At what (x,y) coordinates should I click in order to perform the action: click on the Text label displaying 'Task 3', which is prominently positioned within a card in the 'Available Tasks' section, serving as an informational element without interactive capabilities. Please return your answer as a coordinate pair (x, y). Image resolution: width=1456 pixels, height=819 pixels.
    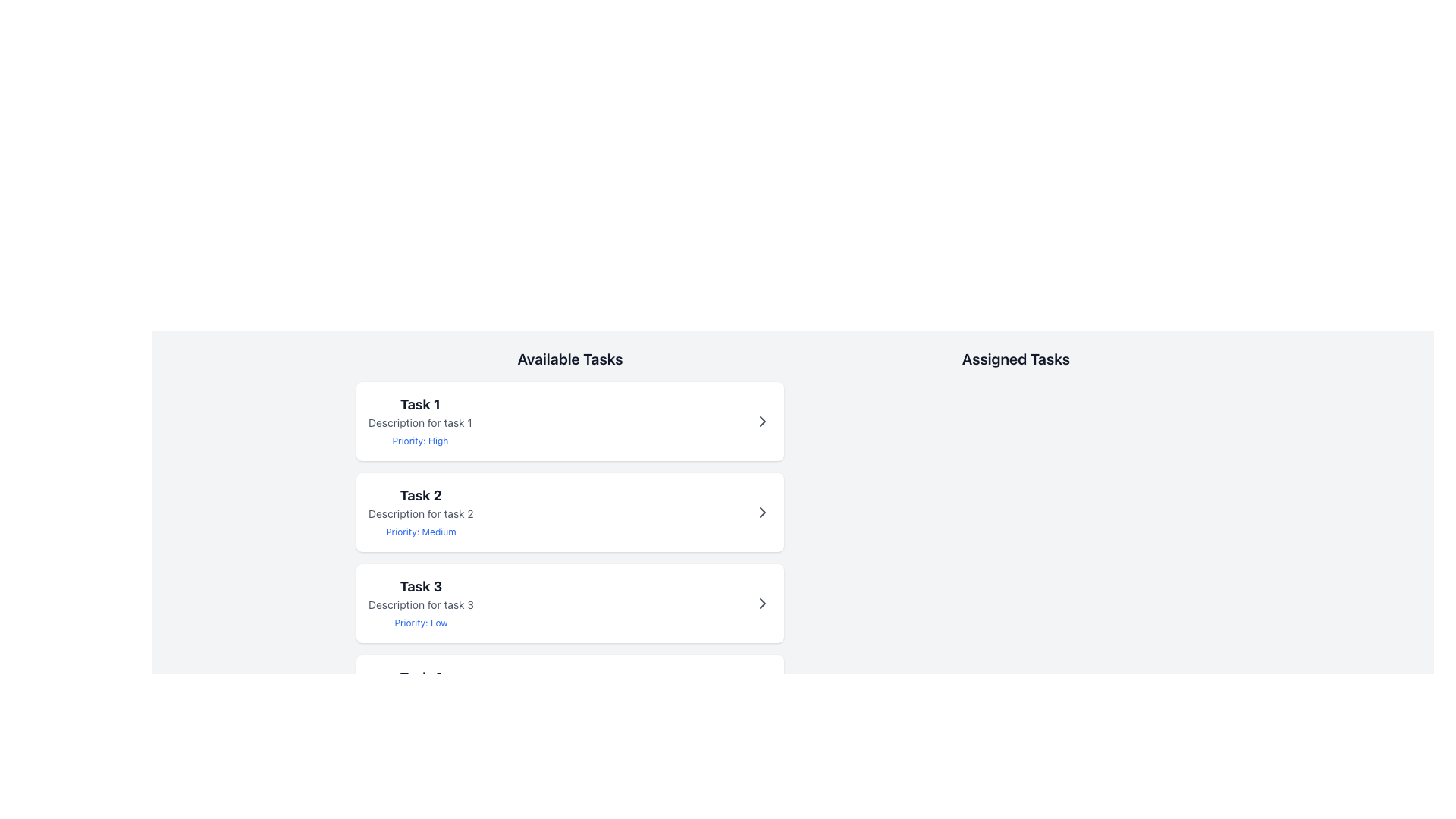
    Looking at the image, I should click on (421, 586).